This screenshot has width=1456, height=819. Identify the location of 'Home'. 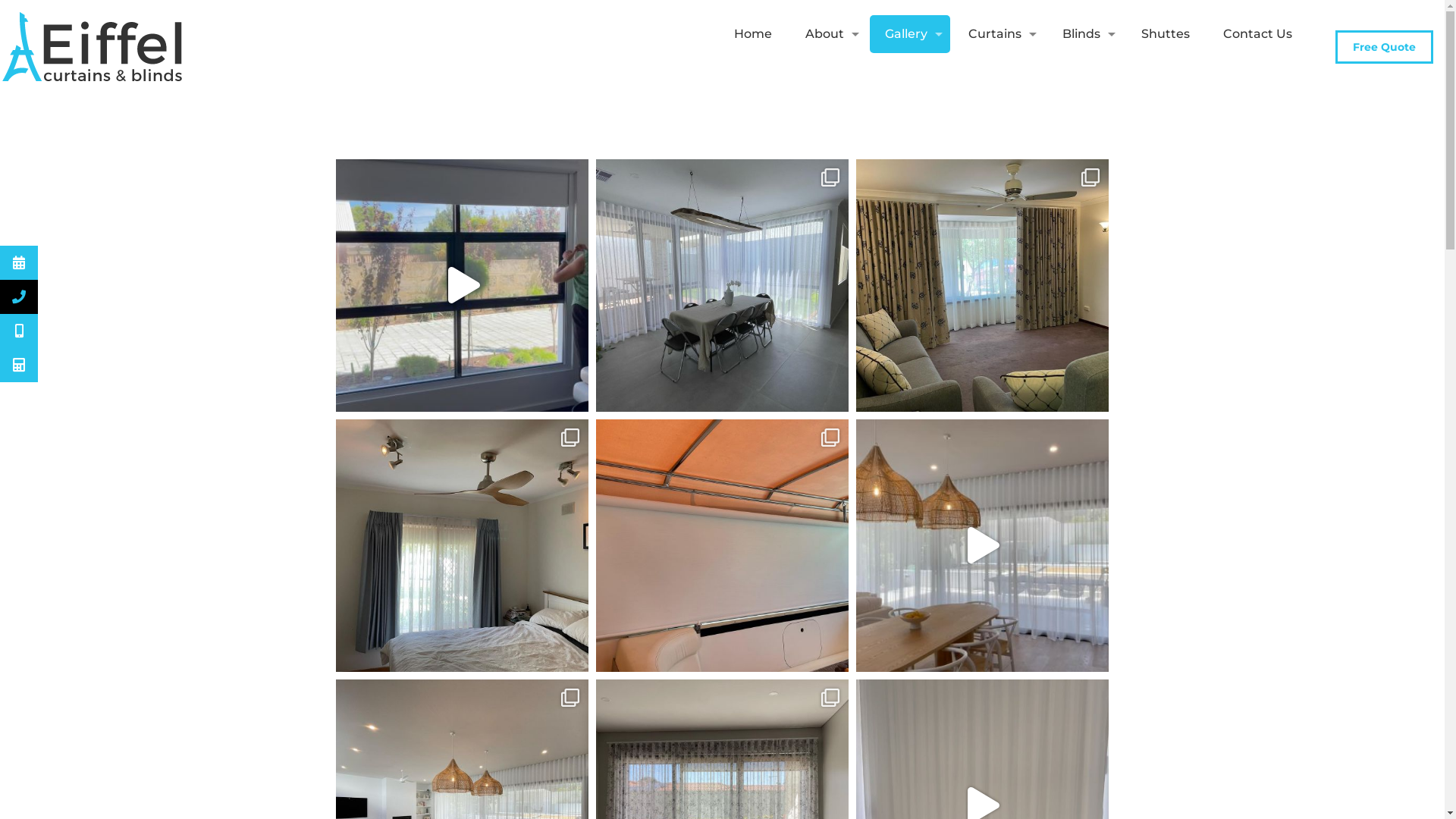
(753, 34).